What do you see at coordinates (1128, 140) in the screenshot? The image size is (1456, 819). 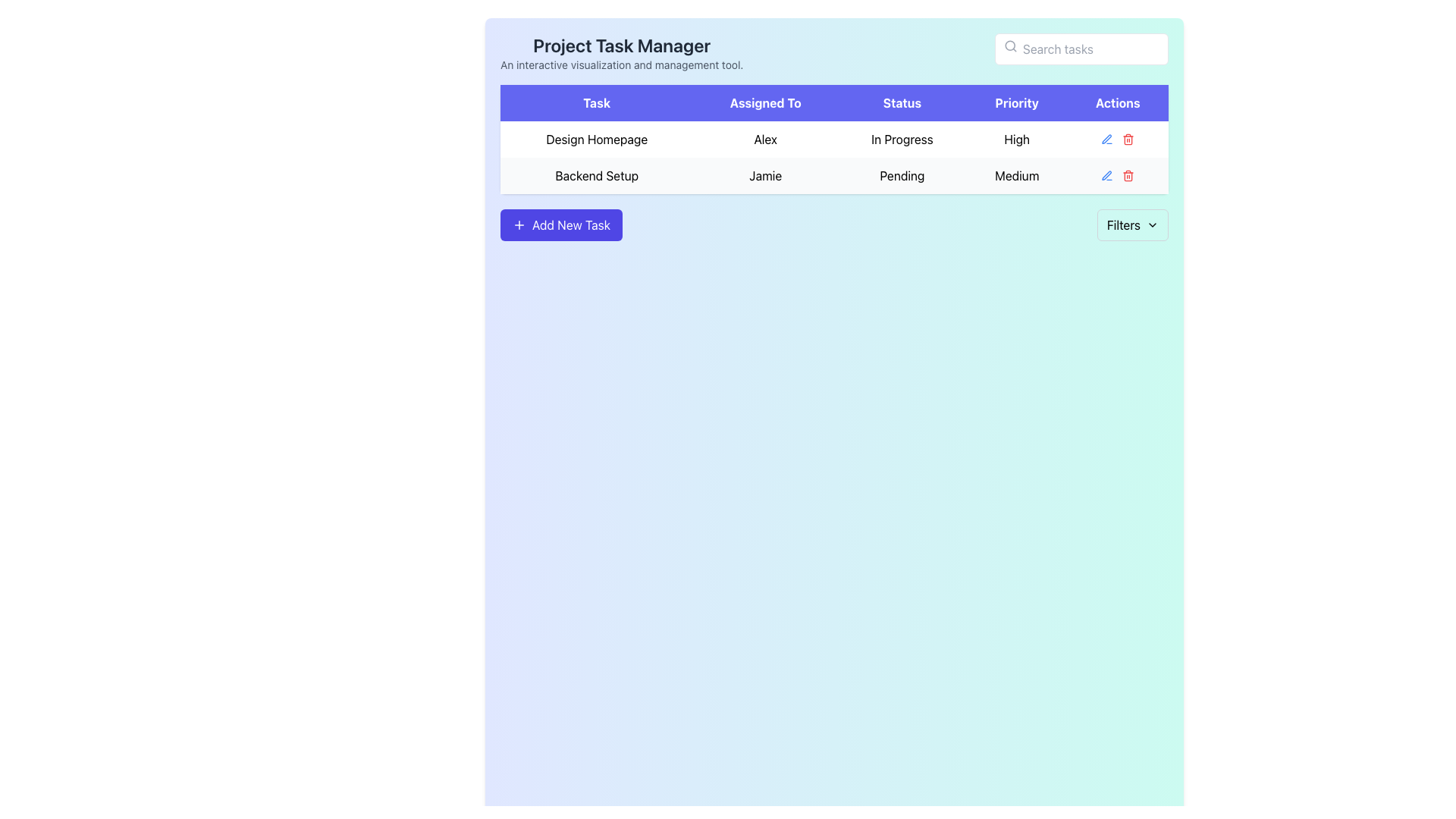 I see `the graphical part of the delete icon located in the second row of the 'Actions' column of the table` at bounding box center [1128, 140].